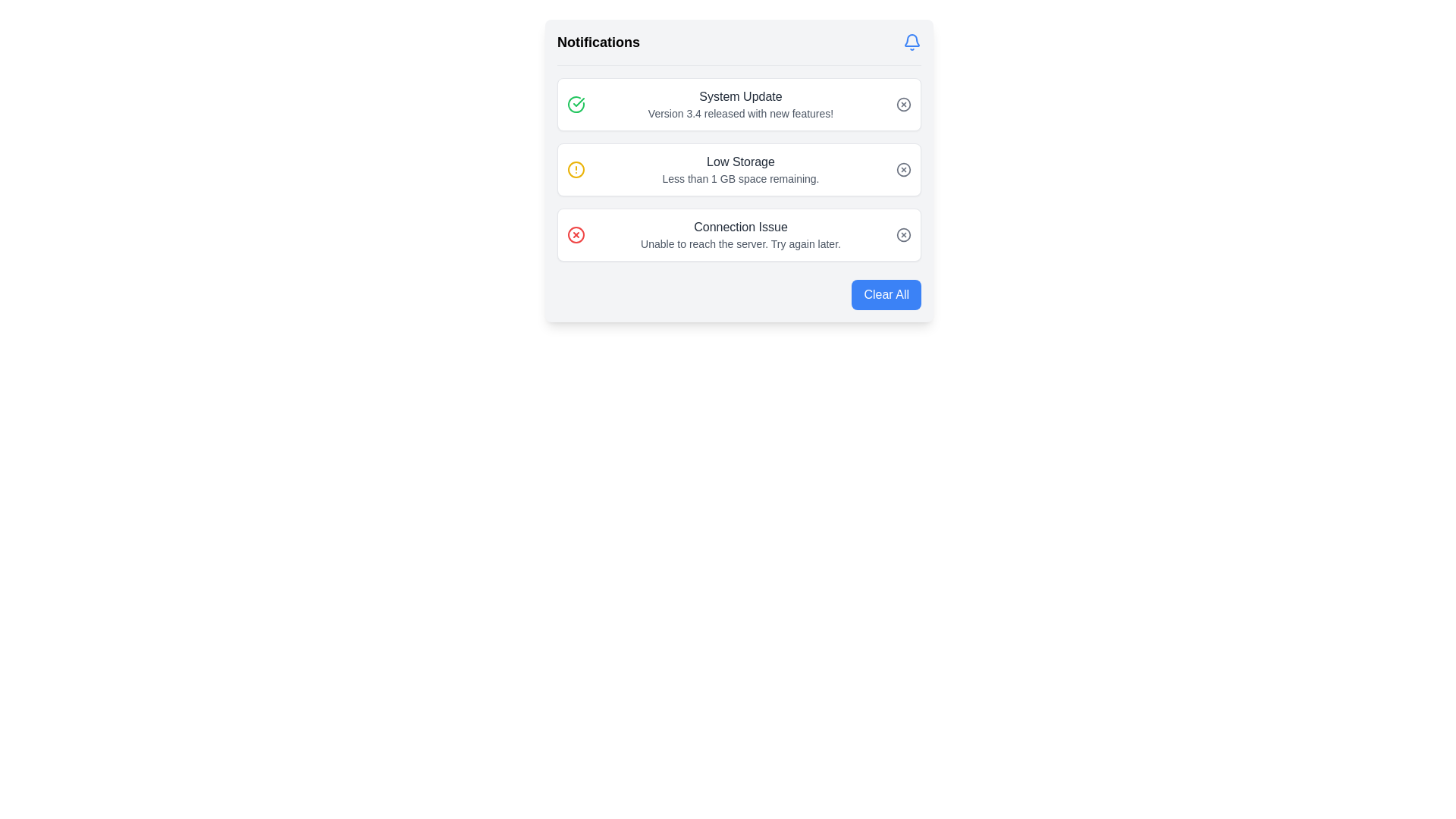 The width and height of the screenshot is (1456, 819). What do you see at coordinates (741, 113) in the screenshot?
I see `the text label that provides additional details about the 'System Update' notification, located below the heading 'System Update' within the first notification card` at bounding box center [741, 113].